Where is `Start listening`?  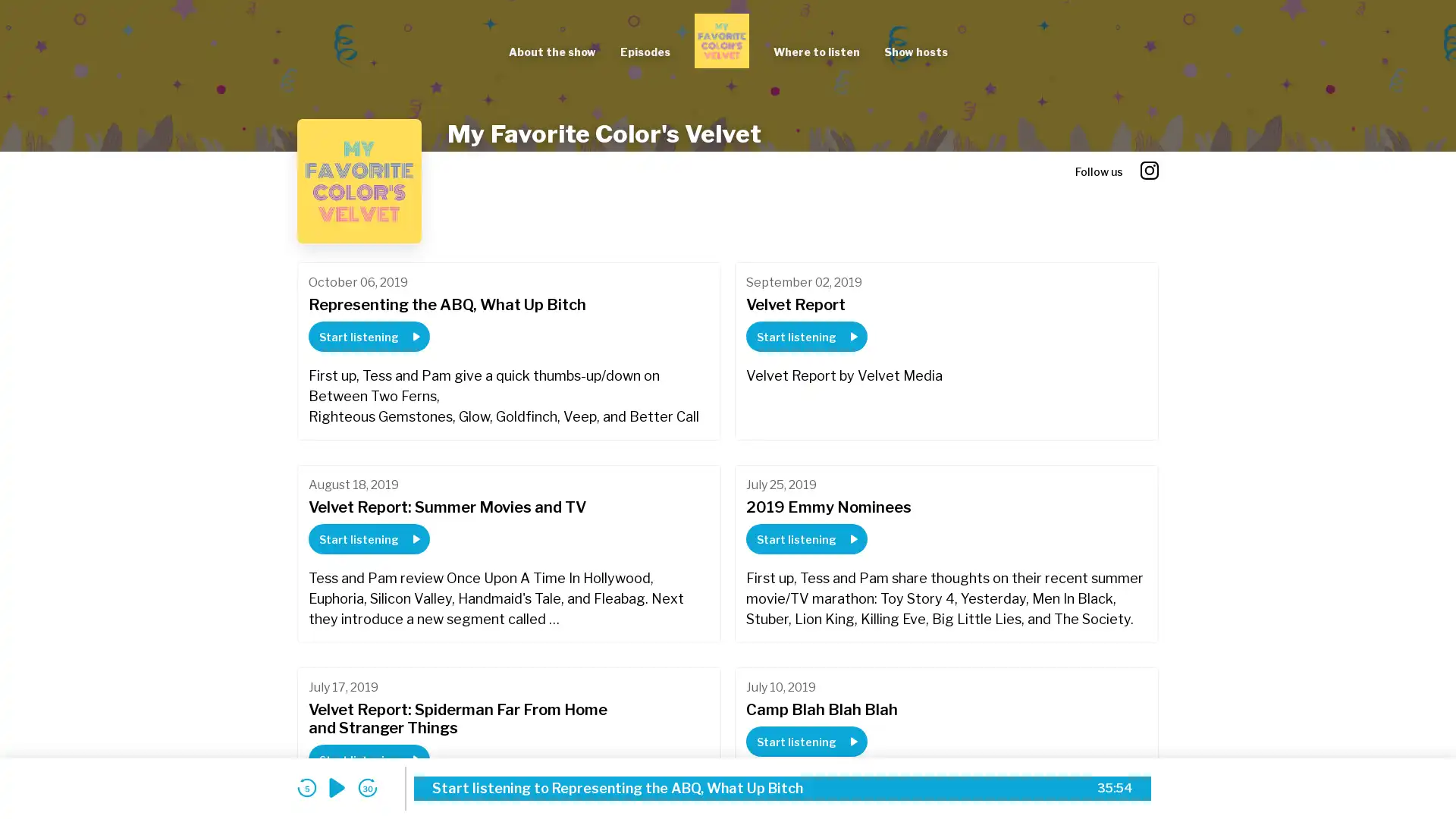 Start listening is located at coordinates (368, 538).